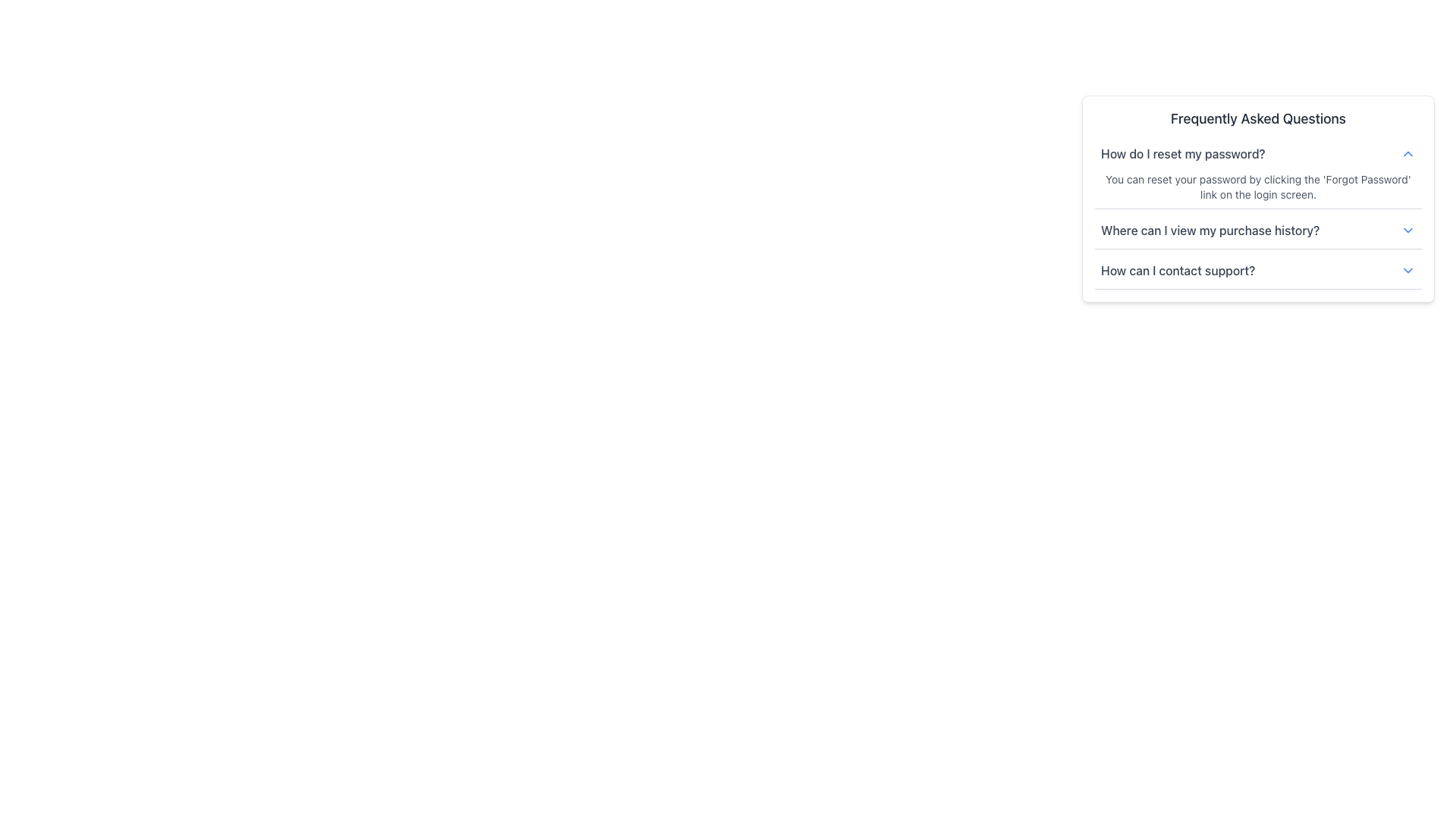  Describe the element at coordinates (1407, 154) in the screenshot. I see `the interactive toggle icon located on the right side of the FAQ header 'How do I reset my password?'` at that location.